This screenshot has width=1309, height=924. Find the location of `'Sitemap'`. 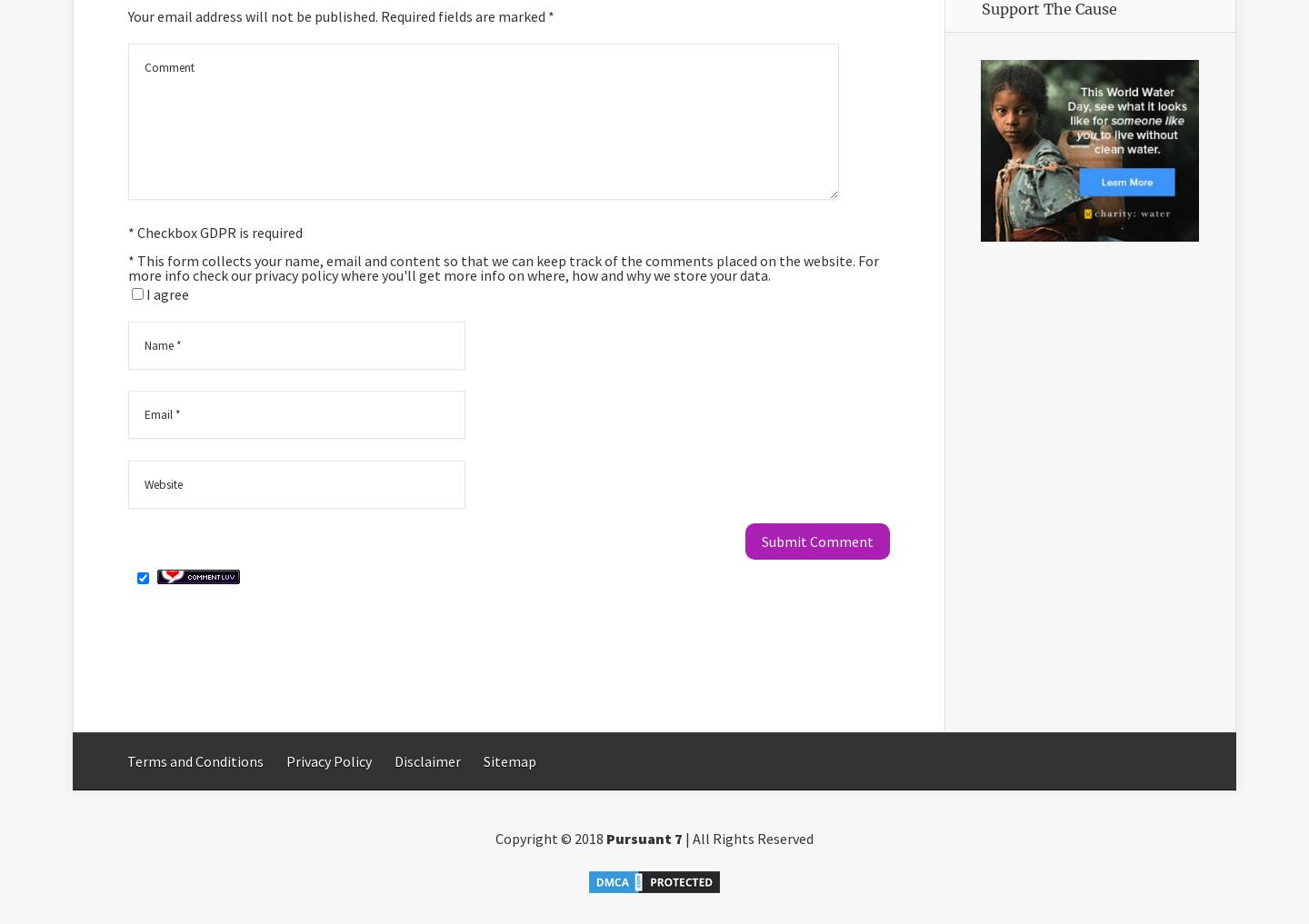

'Sitemap' is located at coordinates (510, 760).